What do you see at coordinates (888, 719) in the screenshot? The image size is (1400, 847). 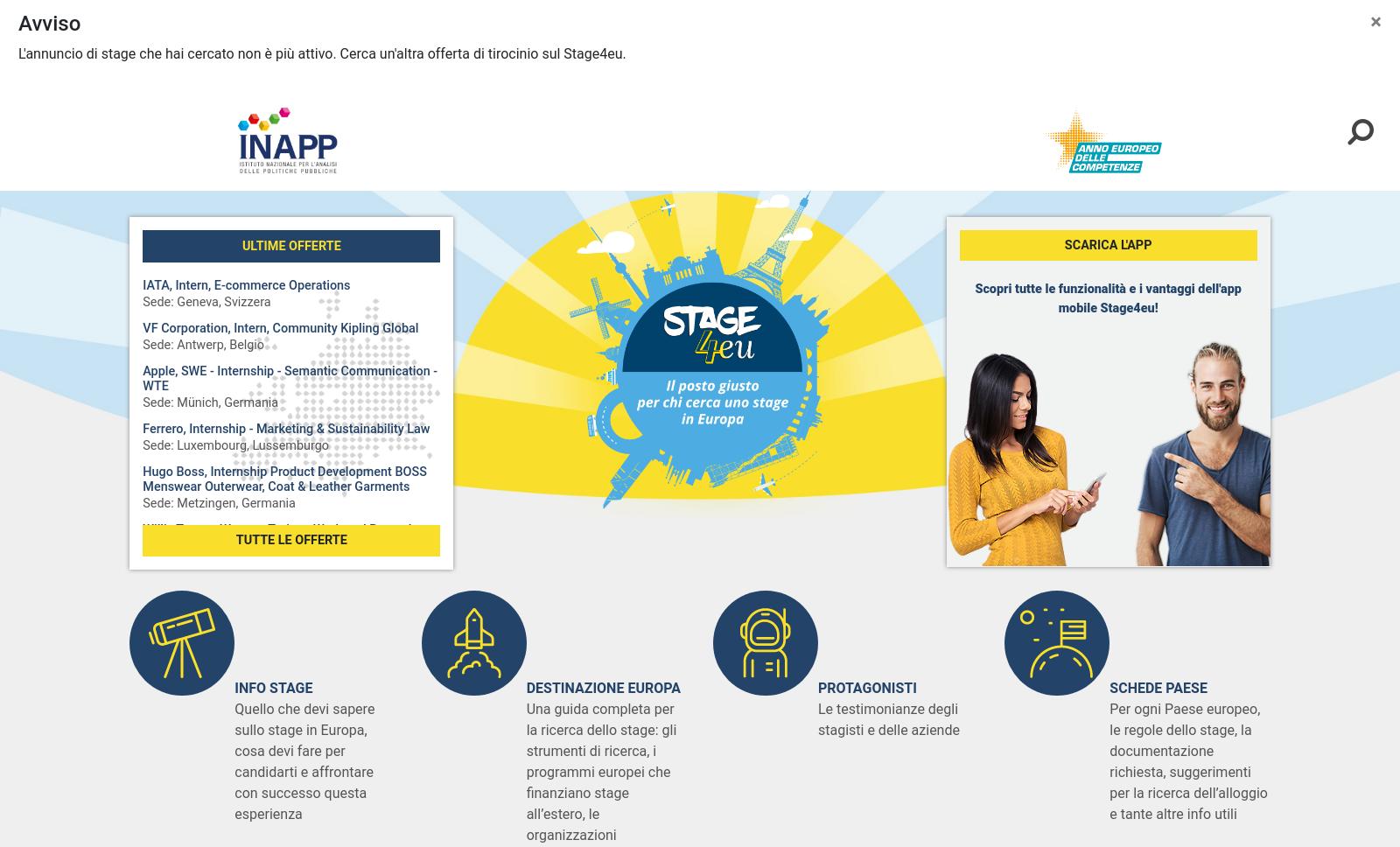 I see `'Le testimonianze degli stagisti e delle aziende'` at bounding box center [888, 719].